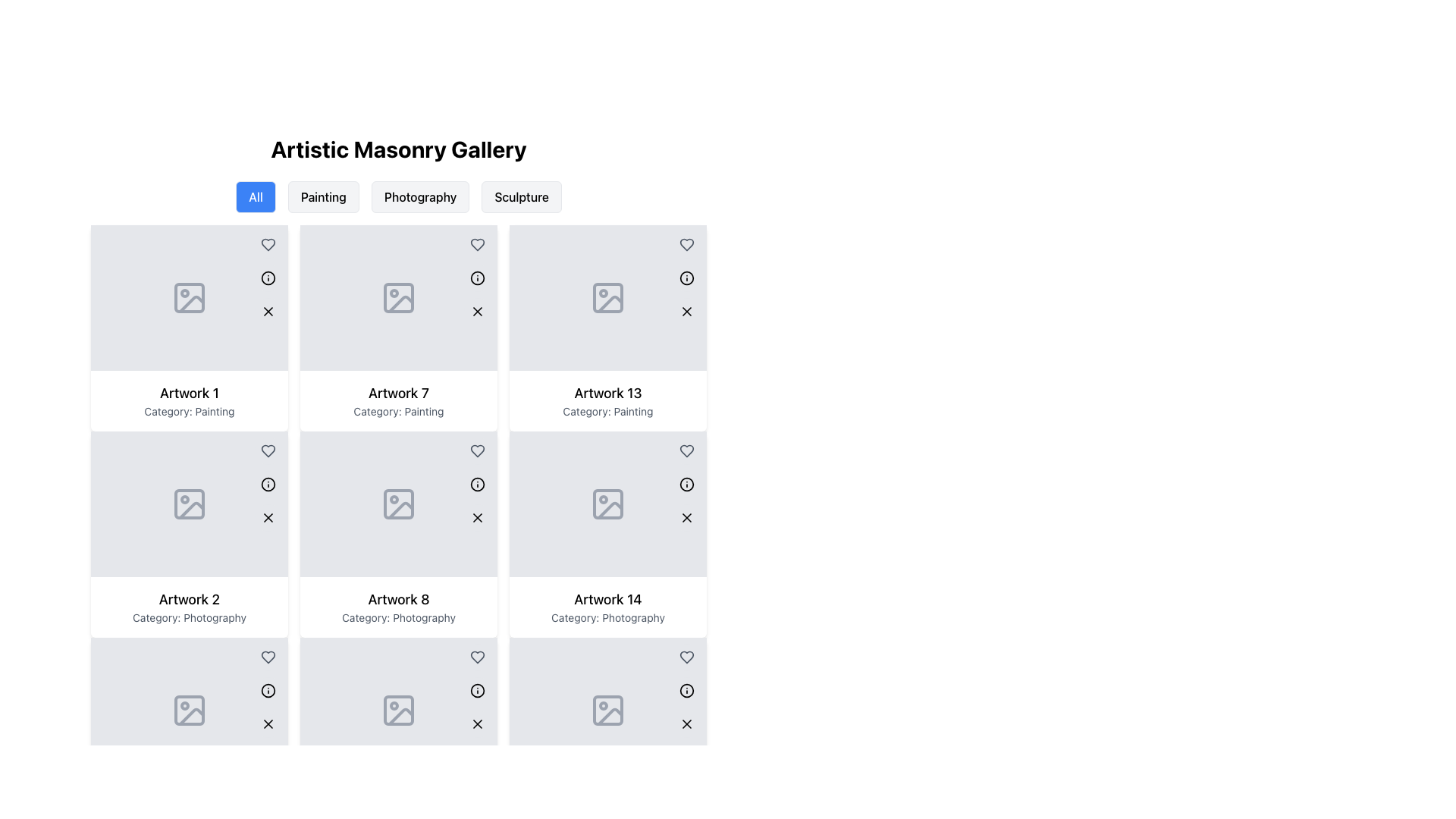 This screenshot has height=819, width=1456. What do you see at coordinates (399, 504) in the screenshot?
I see `the image placeholder for 'Artwork 8: Category Photography'` at bounding box center [399, 504].